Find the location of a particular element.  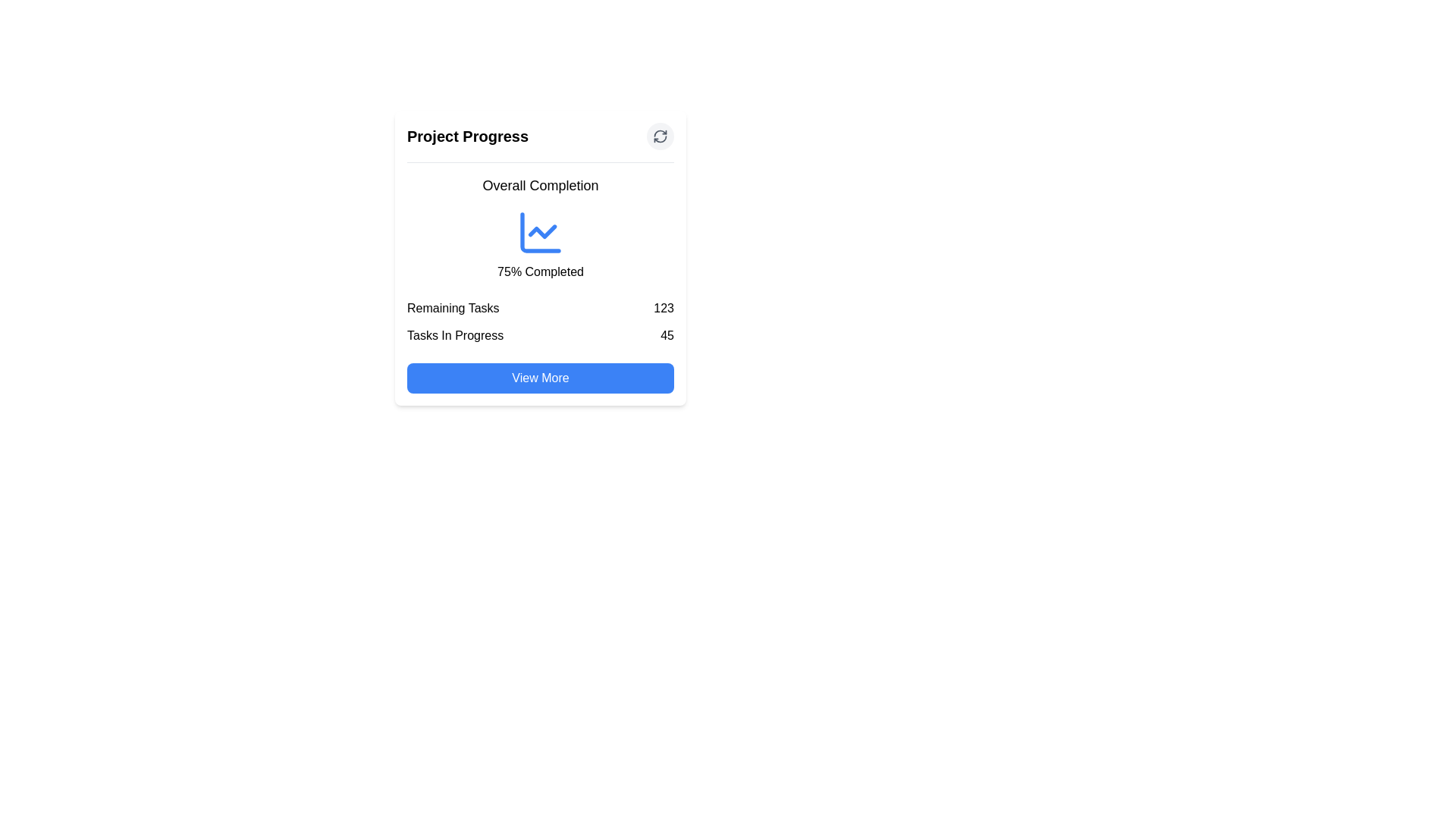

the circular refresh button located in the top-right corner of the 'Project Progress' card to reload the displayed information is located at coordinates (660, 136).